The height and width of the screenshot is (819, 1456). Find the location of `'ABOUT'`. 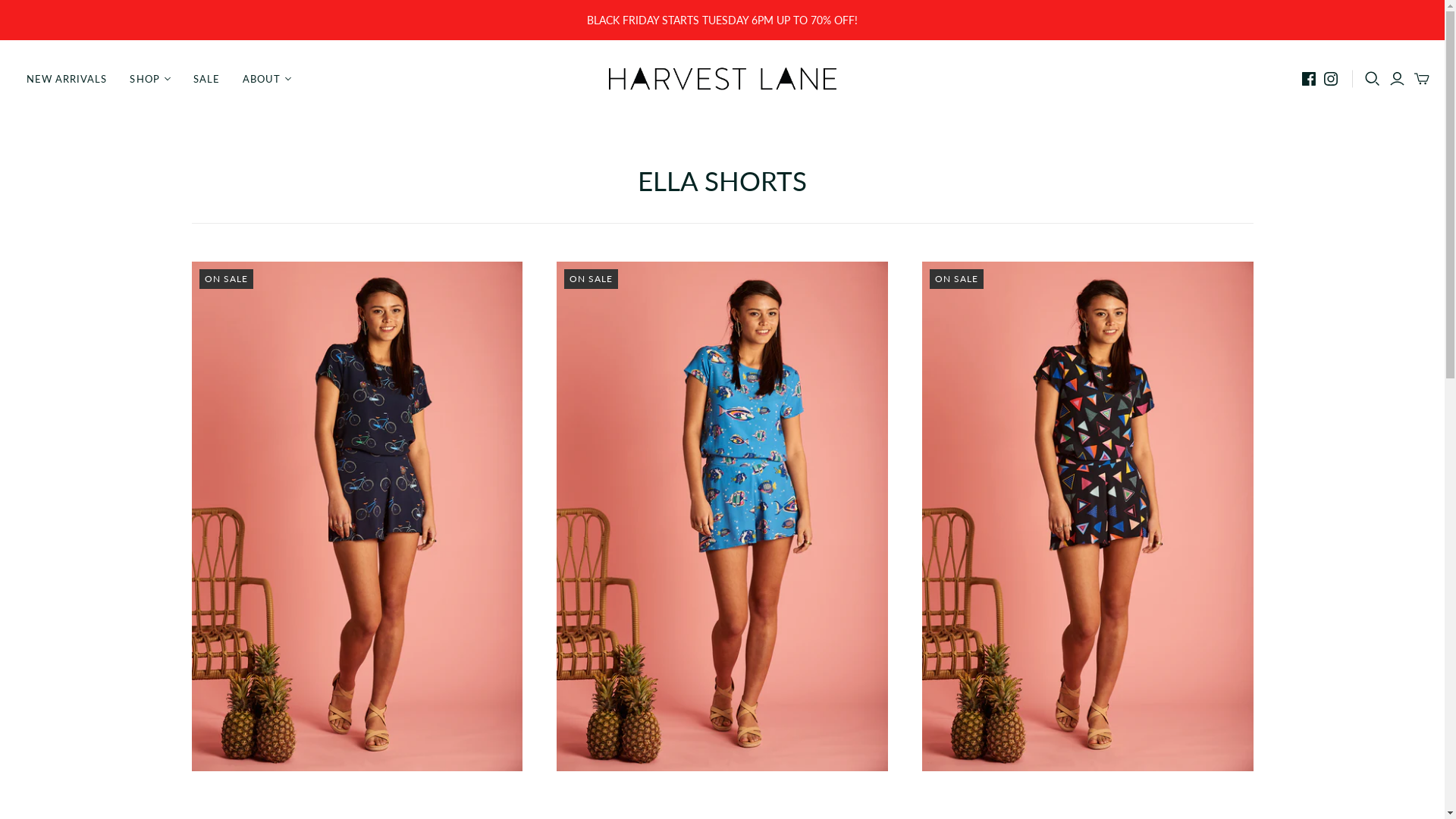

'ABOUT' is located at coordinates (266, 79).